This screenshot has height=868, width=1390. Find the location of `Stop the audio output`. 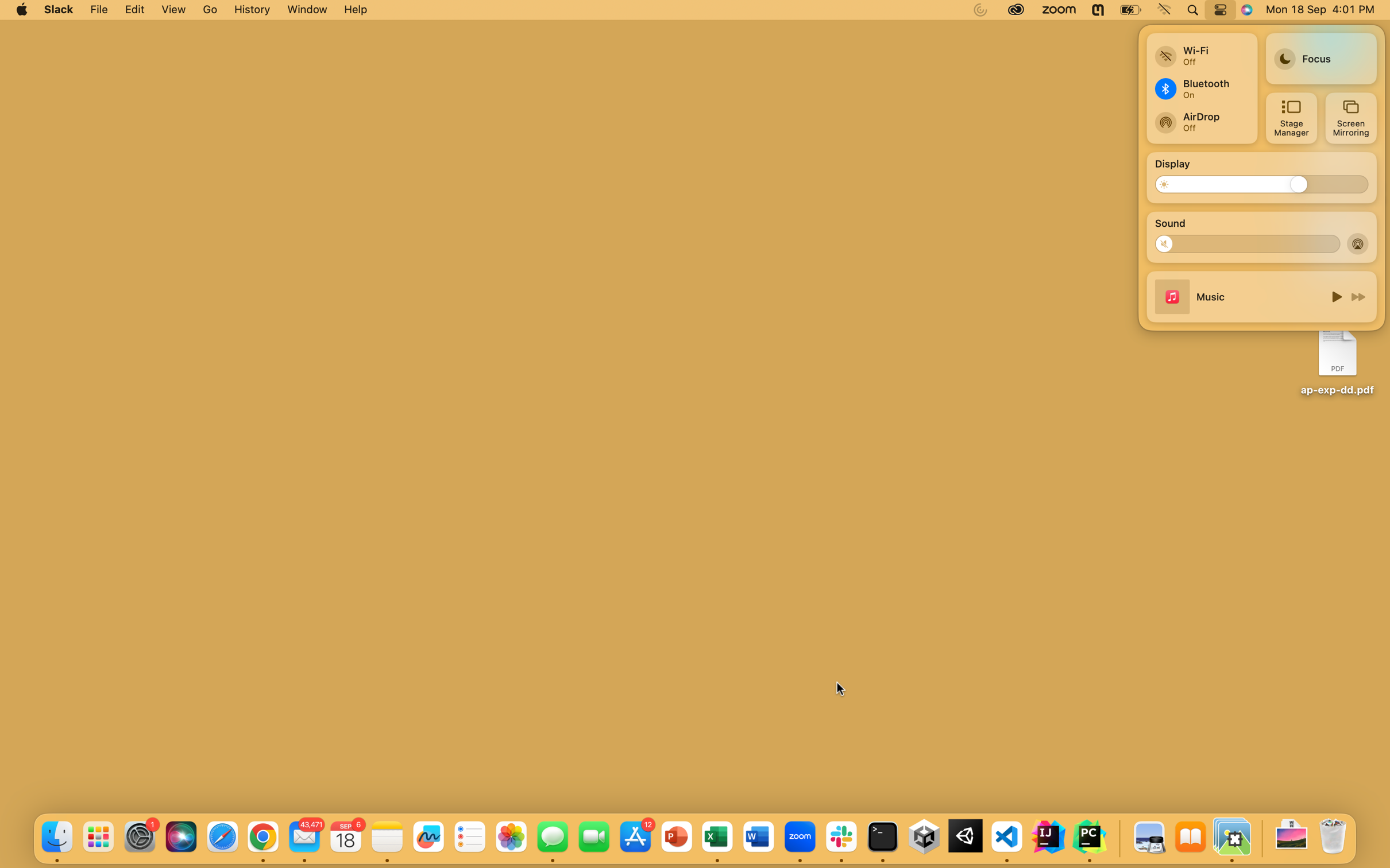

Stop the audio output is located at coordinates (1169, 243).